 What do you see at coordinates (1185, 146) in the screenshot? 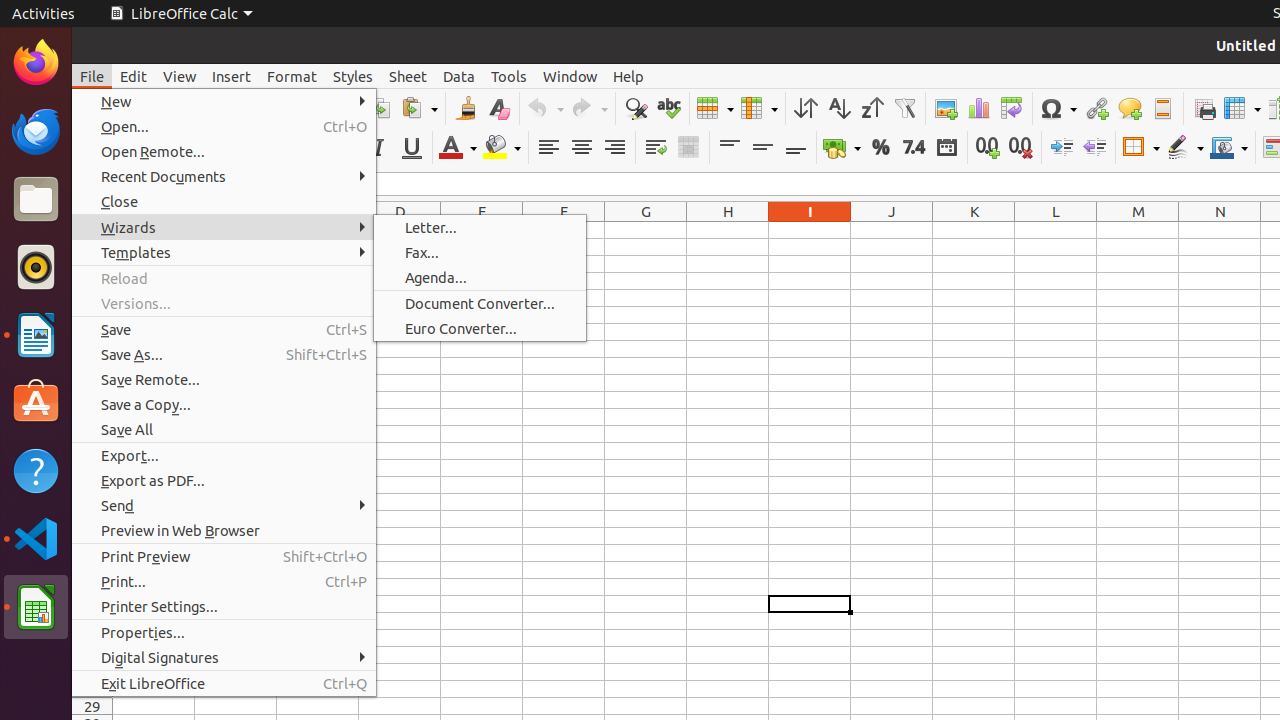
I see `'Border Style'` at bounding box center [1185, 146].